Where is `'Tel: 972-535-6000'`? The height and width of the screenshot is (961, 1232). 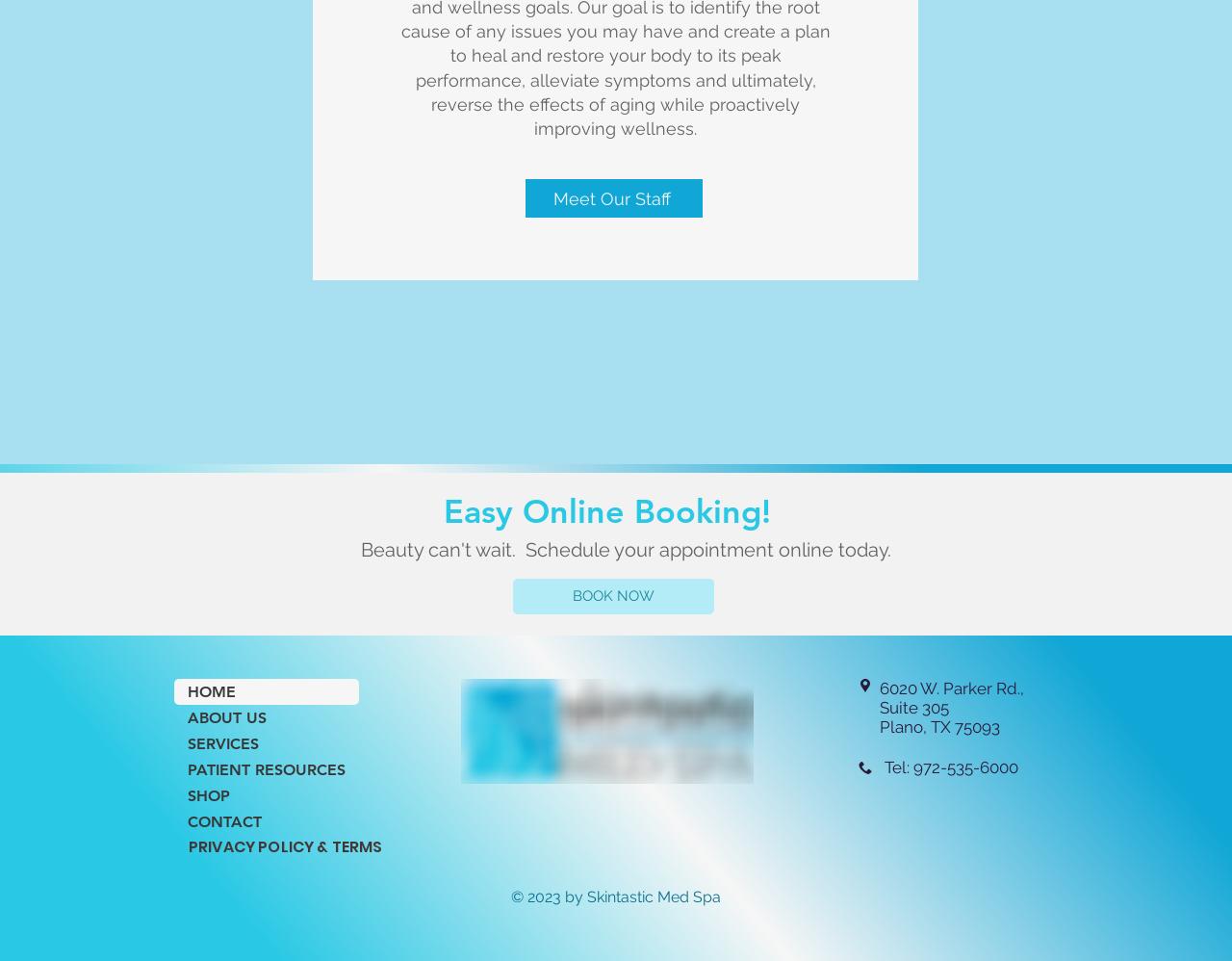
'Tel: 972-535-6000' is located at coordinates (884, 766).